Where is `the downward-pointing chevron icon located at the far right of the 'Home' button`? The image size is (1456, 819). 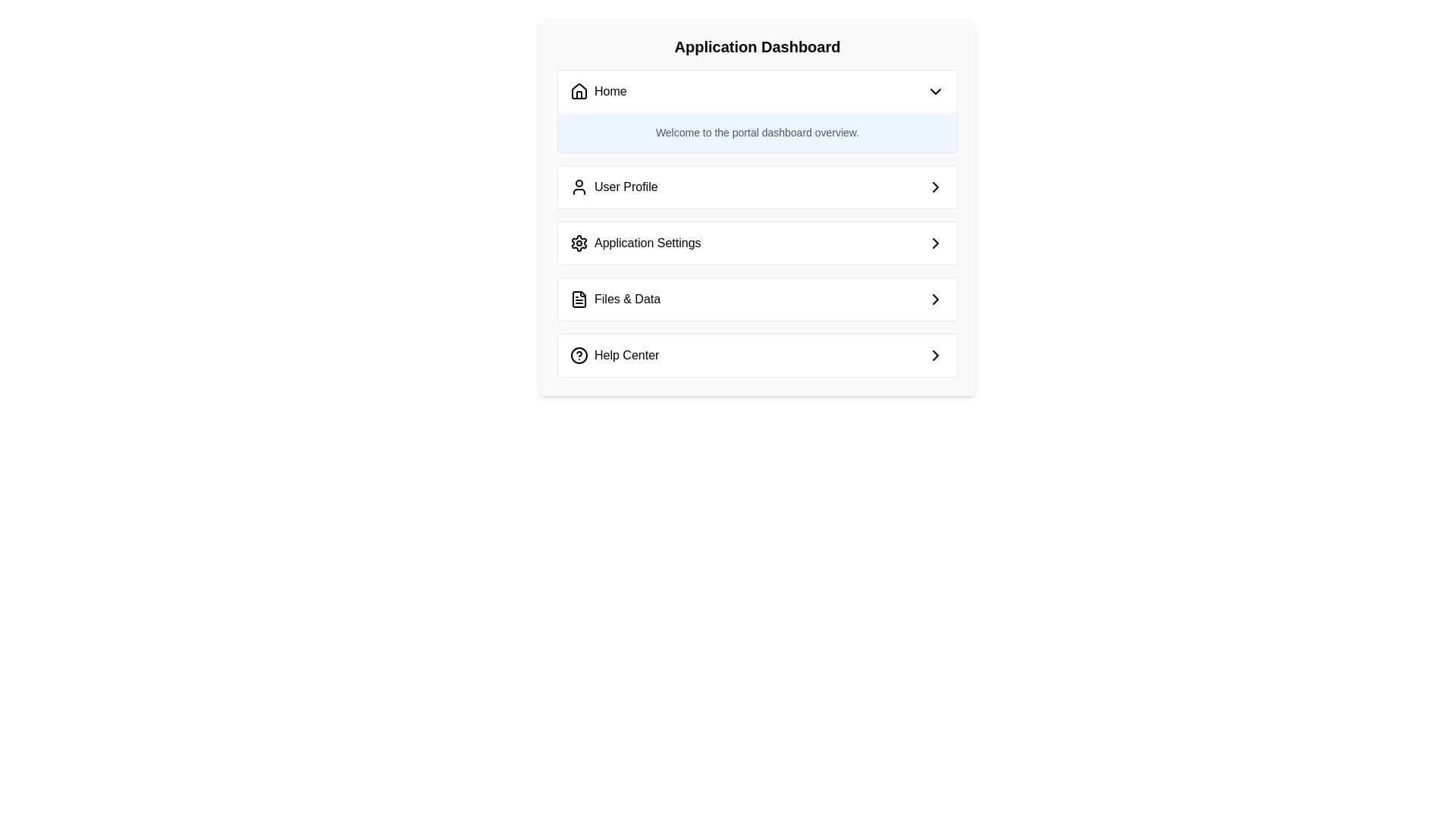
the downward-pointing chevron icon located at the far right of the 'Home' button is located at coordinates (934, 91).